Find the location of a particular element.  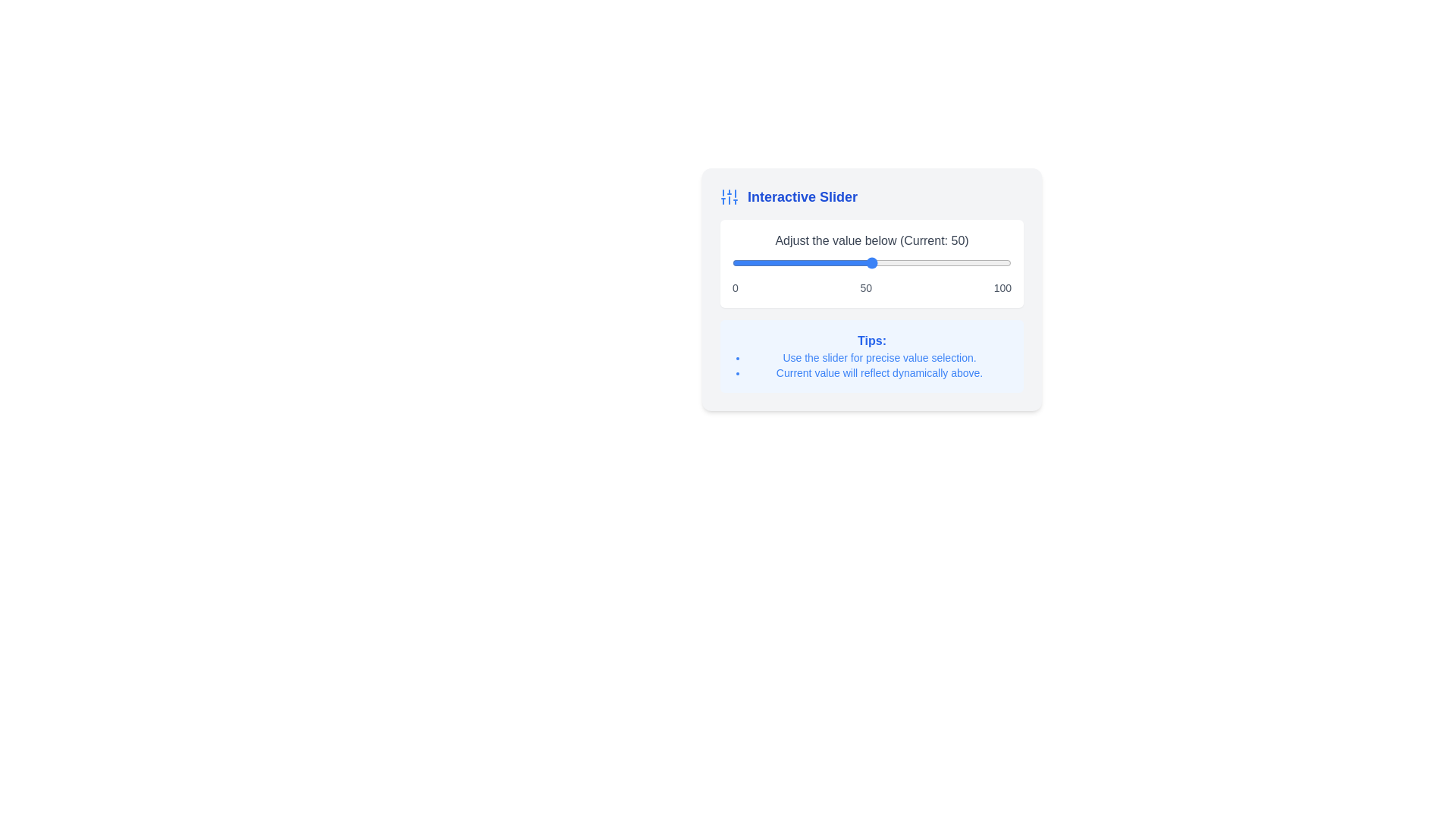

the slider value is located at coordinates (883, 262).